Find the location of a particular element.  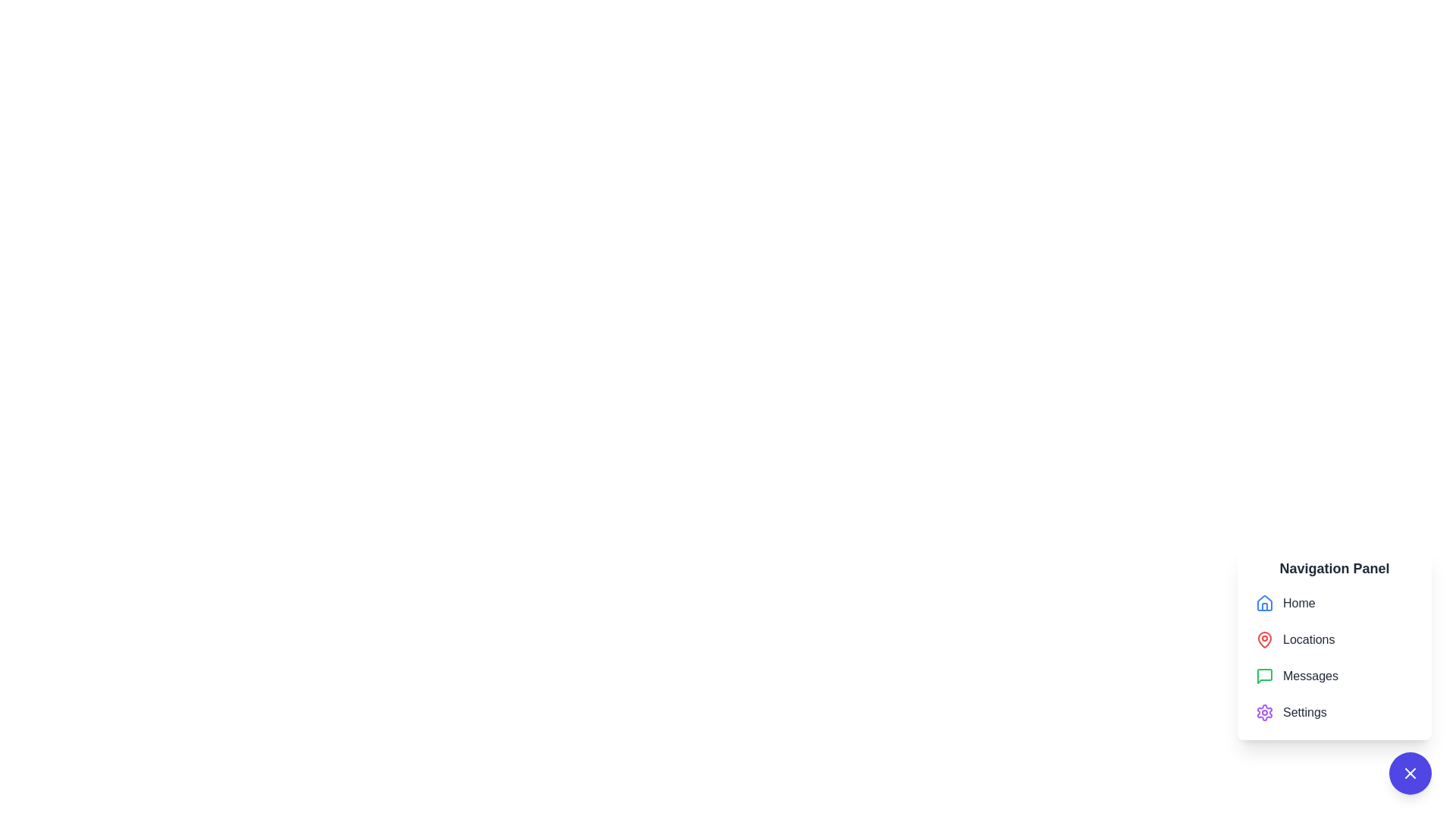

the 'Locations' navigational link, which is the second option in the vertical list of the navigation panel, located between 'Home' and 'Messages' is located at coordinates (1335, 640).